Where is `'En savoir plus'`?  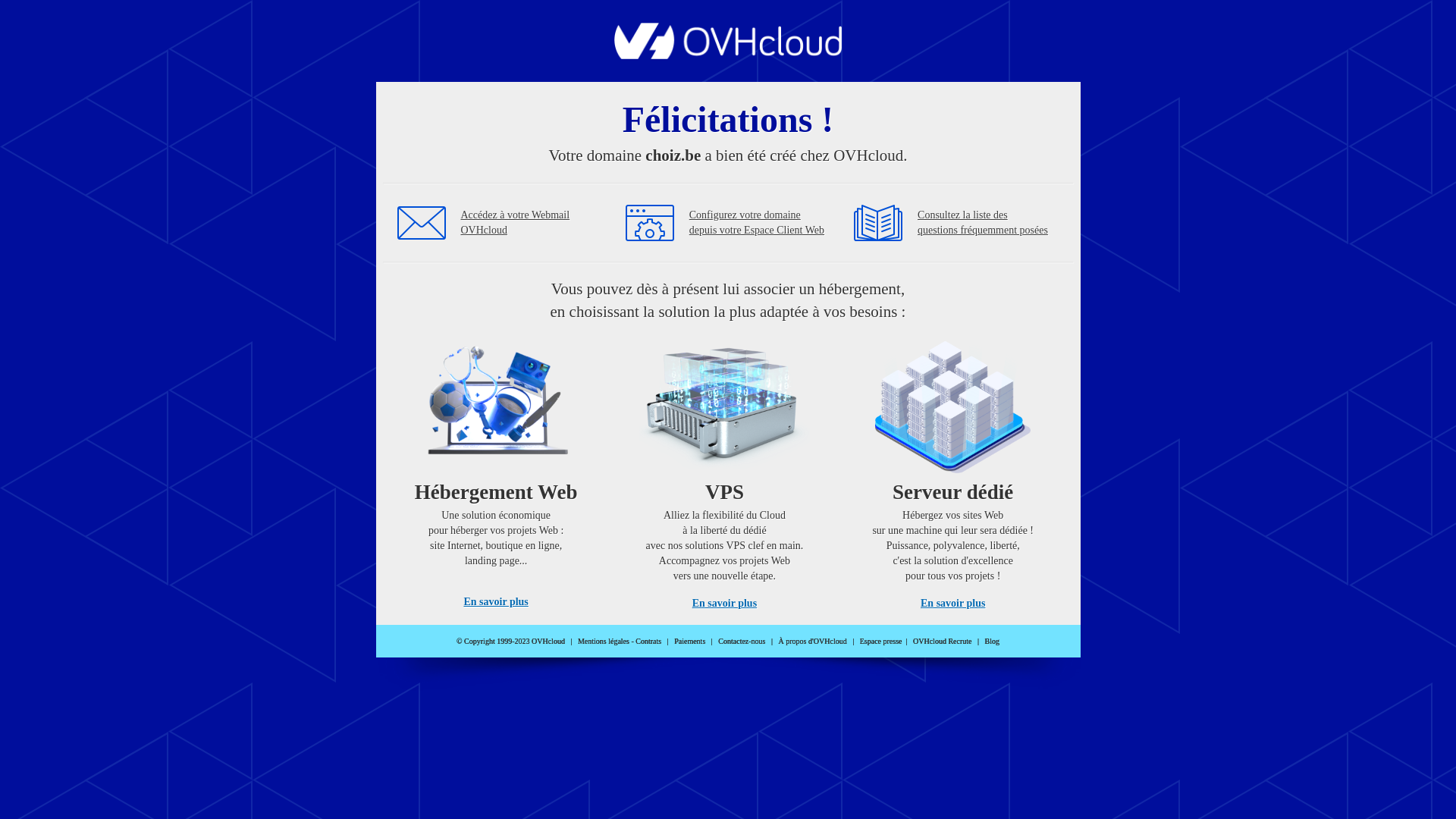 'En savoir plus' is located at coordinates (495, 601).